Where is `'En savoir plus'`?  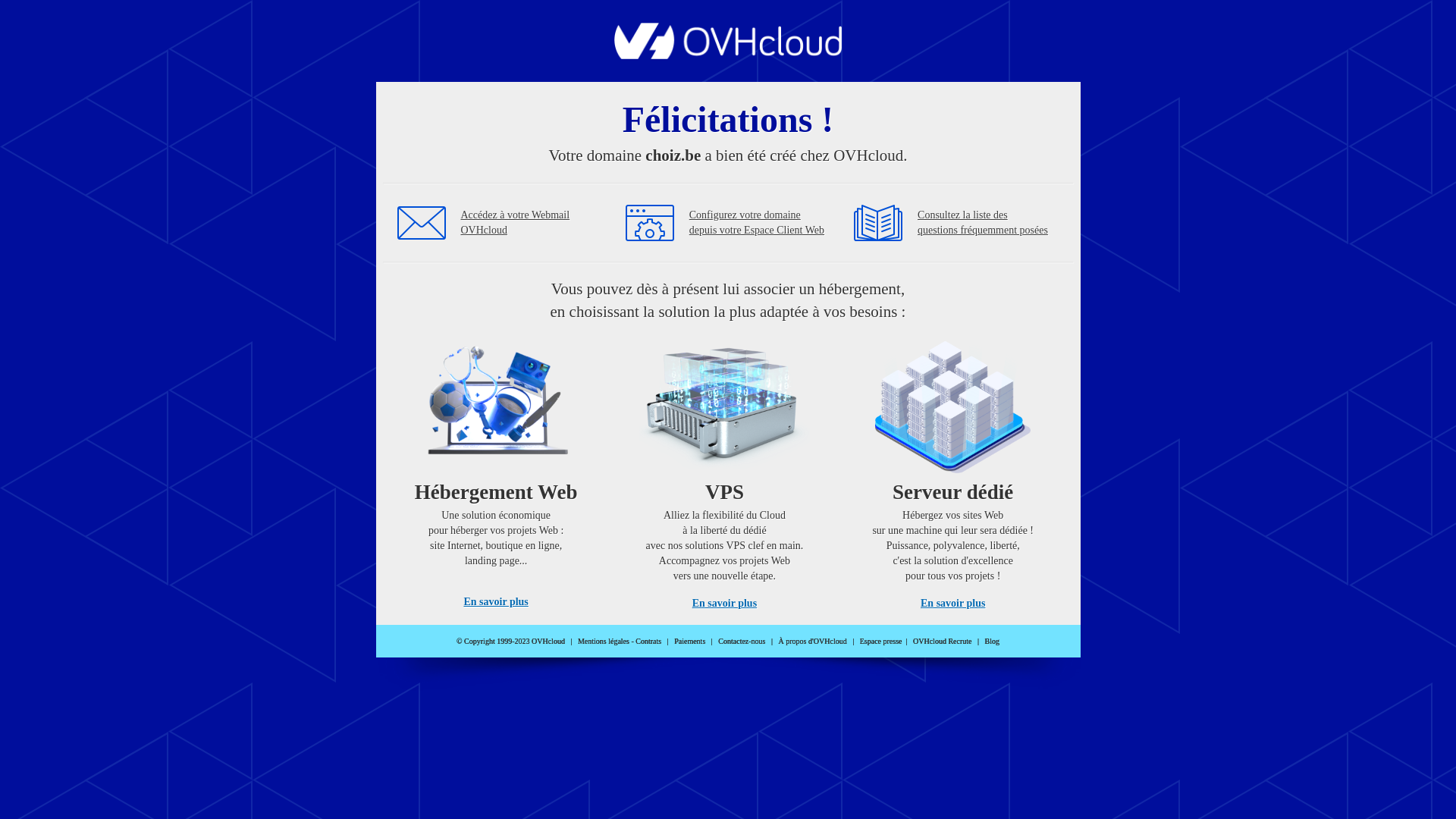 'En savoir plus' is located at coordinates (495, 601).